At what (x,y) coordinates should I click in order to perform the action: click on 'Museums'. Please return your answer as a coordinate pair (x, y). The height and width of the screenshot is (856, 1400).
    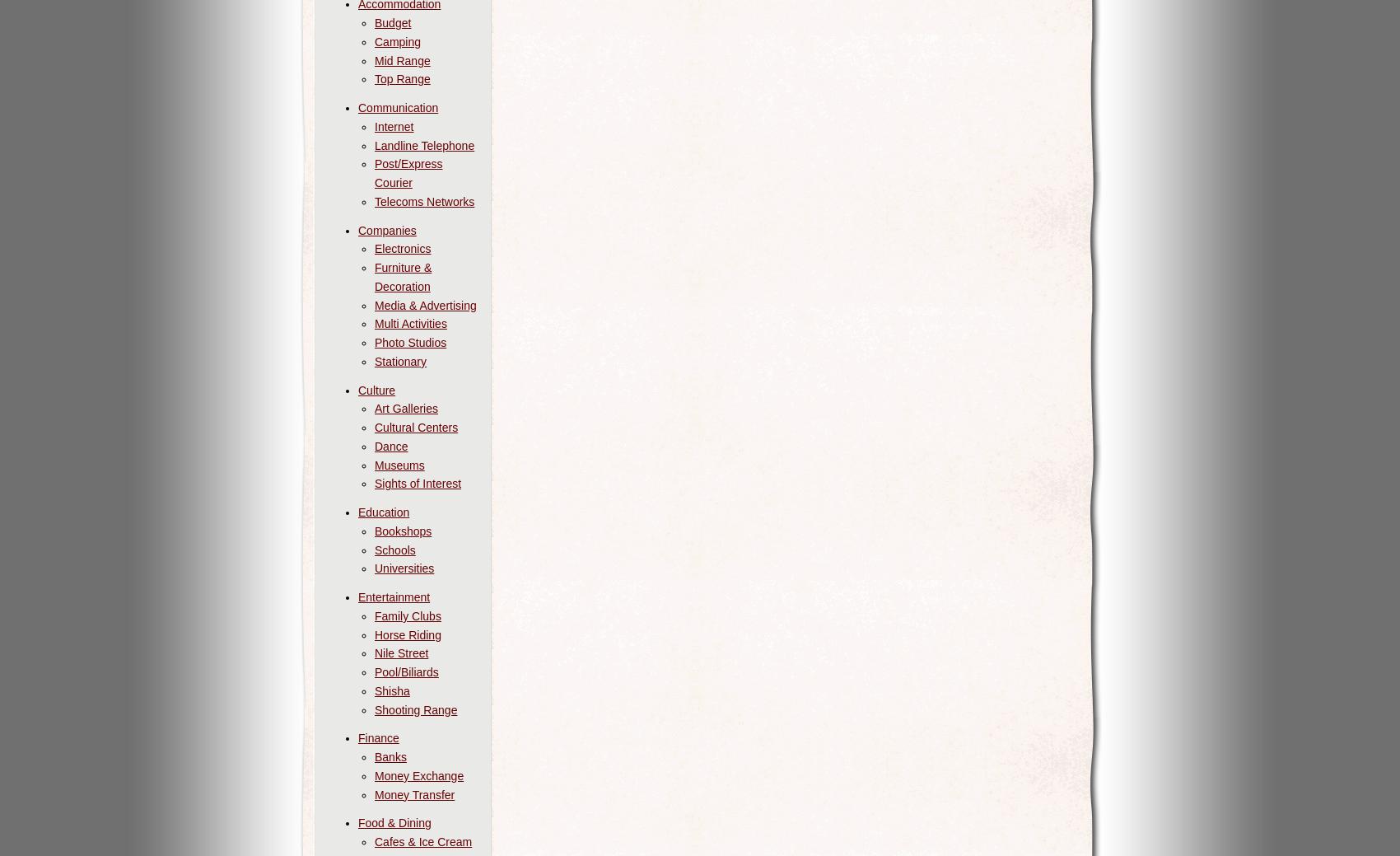
    Looking at the image, I should click on (399, 464).